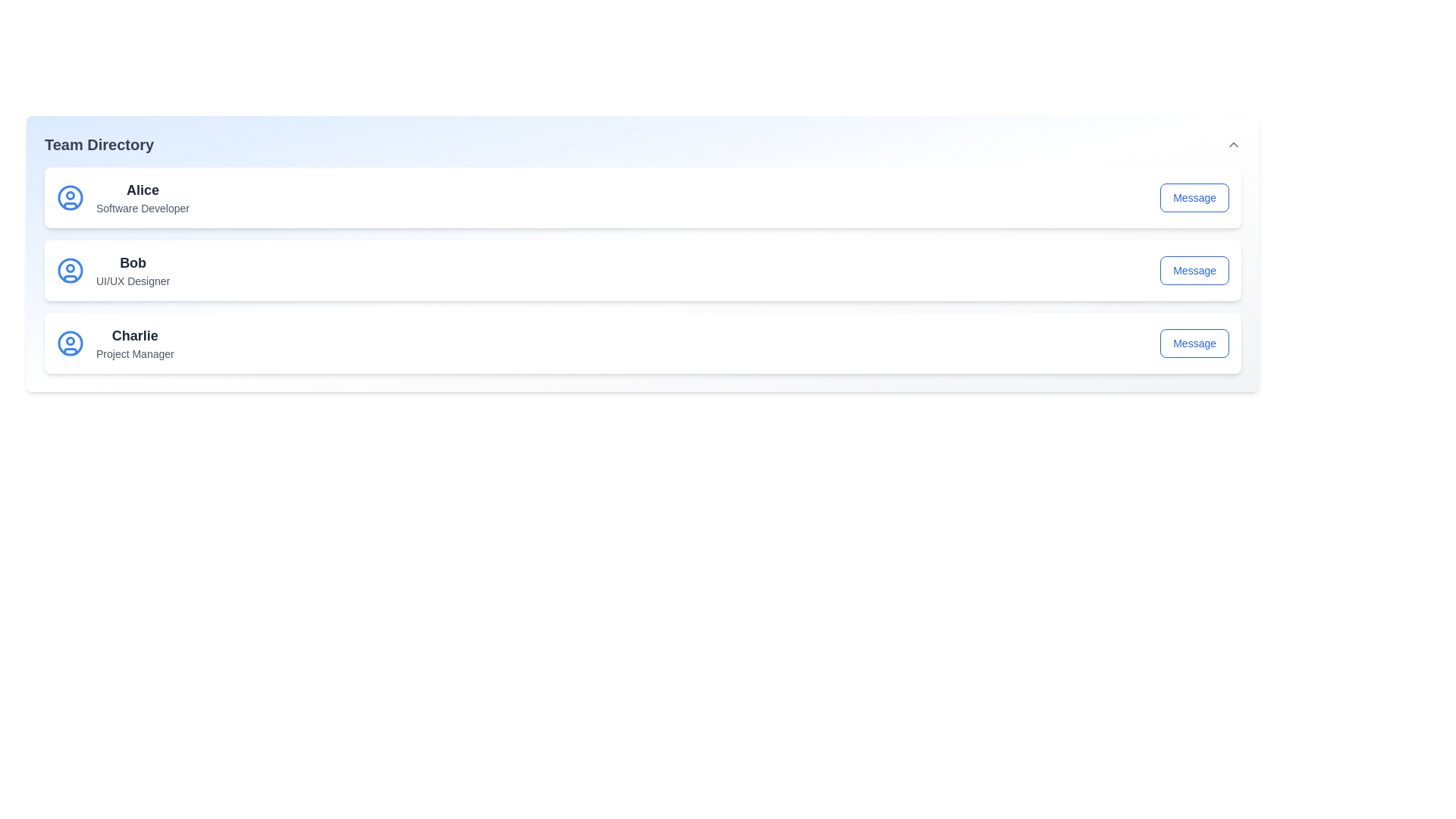  What do you see at coordinates (133, 281) in the screenshot?
I see `the text label that provides information about the role or designation of the user named 'Bob', which is positioned directly beneath the text 'Bob' in the team directory` at bounding box center [133, 281].